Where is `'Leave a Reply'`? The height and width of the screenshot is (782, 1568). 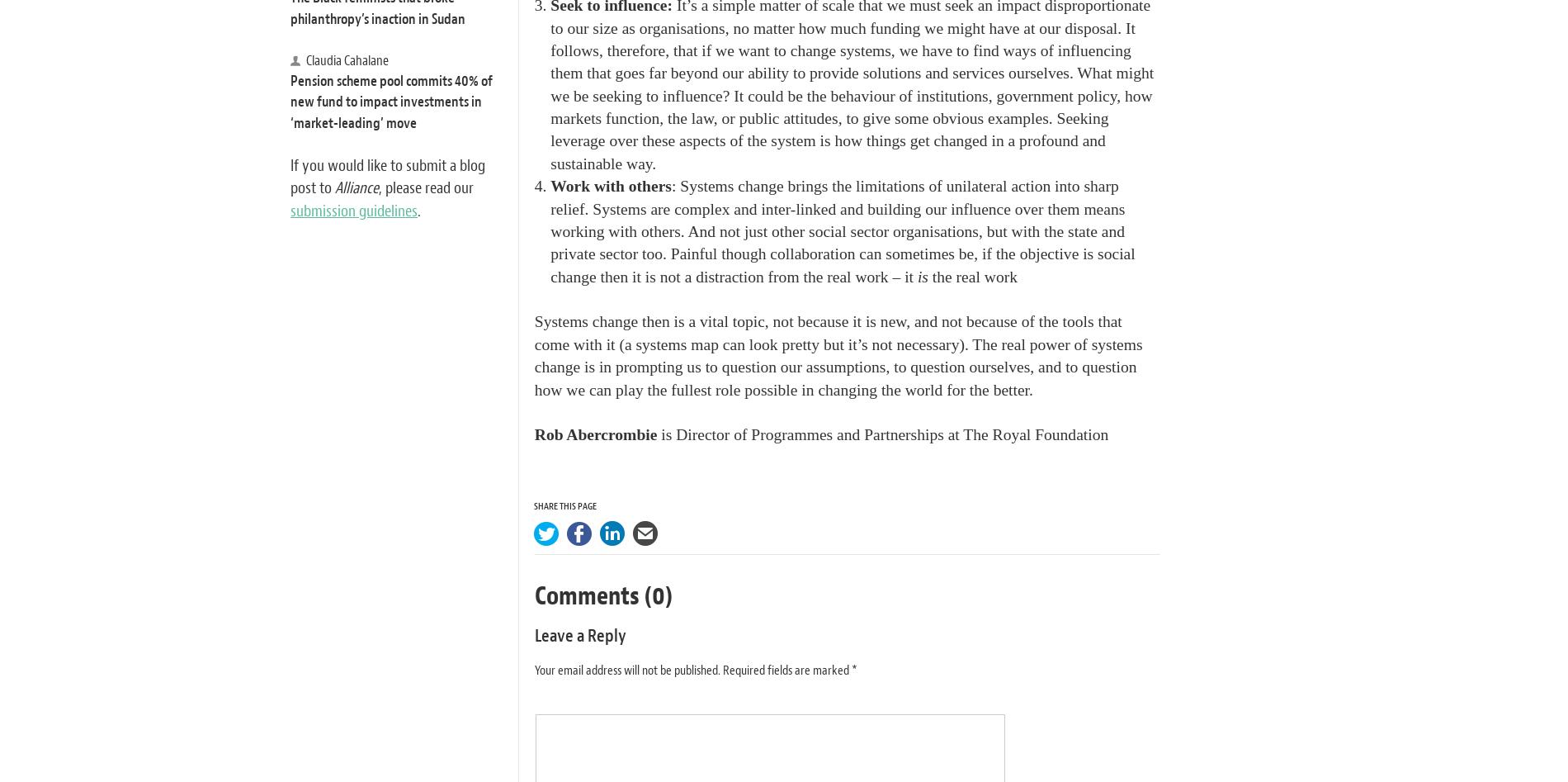
'Leave a Reply' is located at coordinates (579, 636).